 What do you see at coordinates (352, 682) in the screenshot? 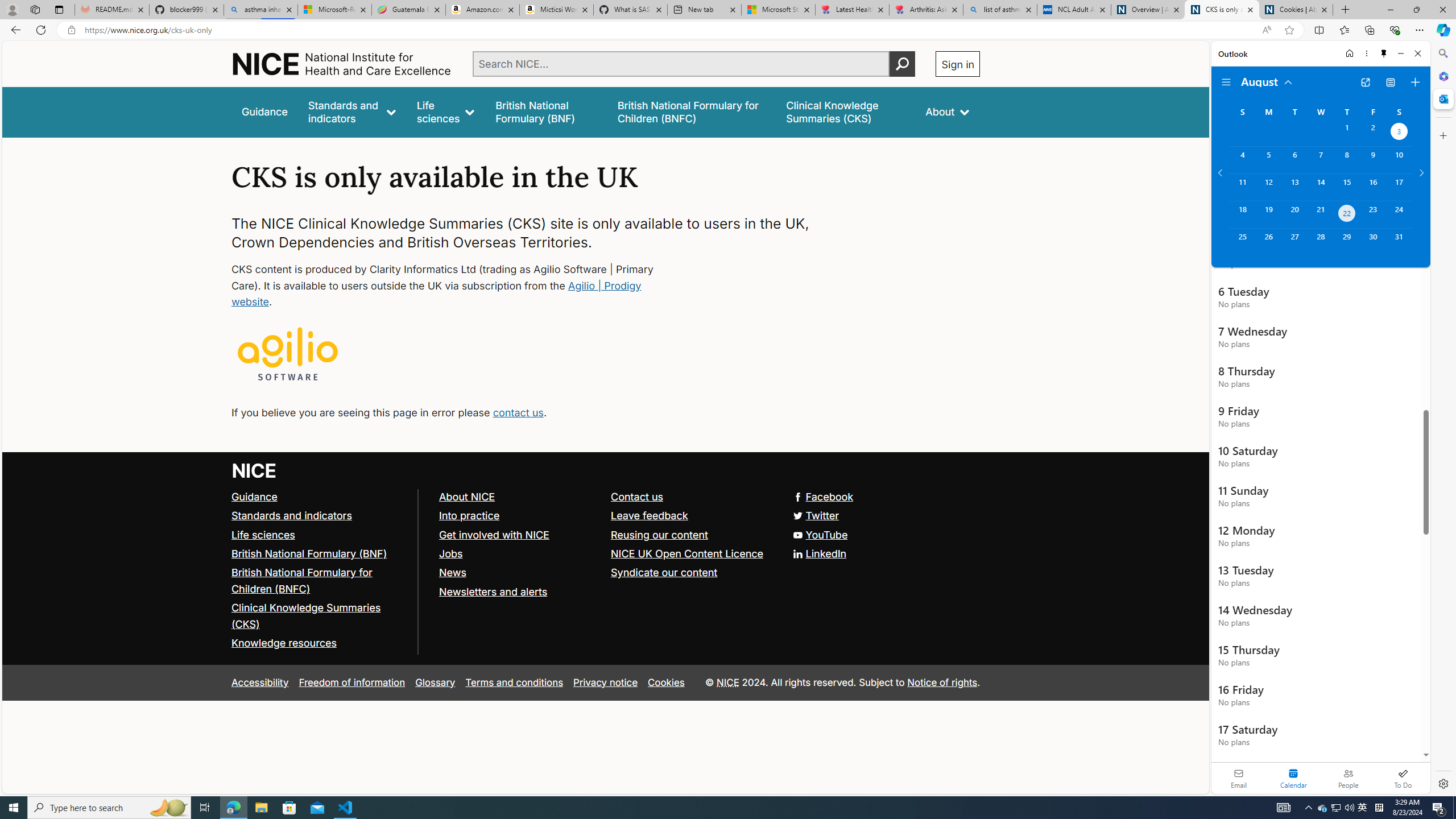
I see `'Freedom of information'` at bounding box center [352, 682].